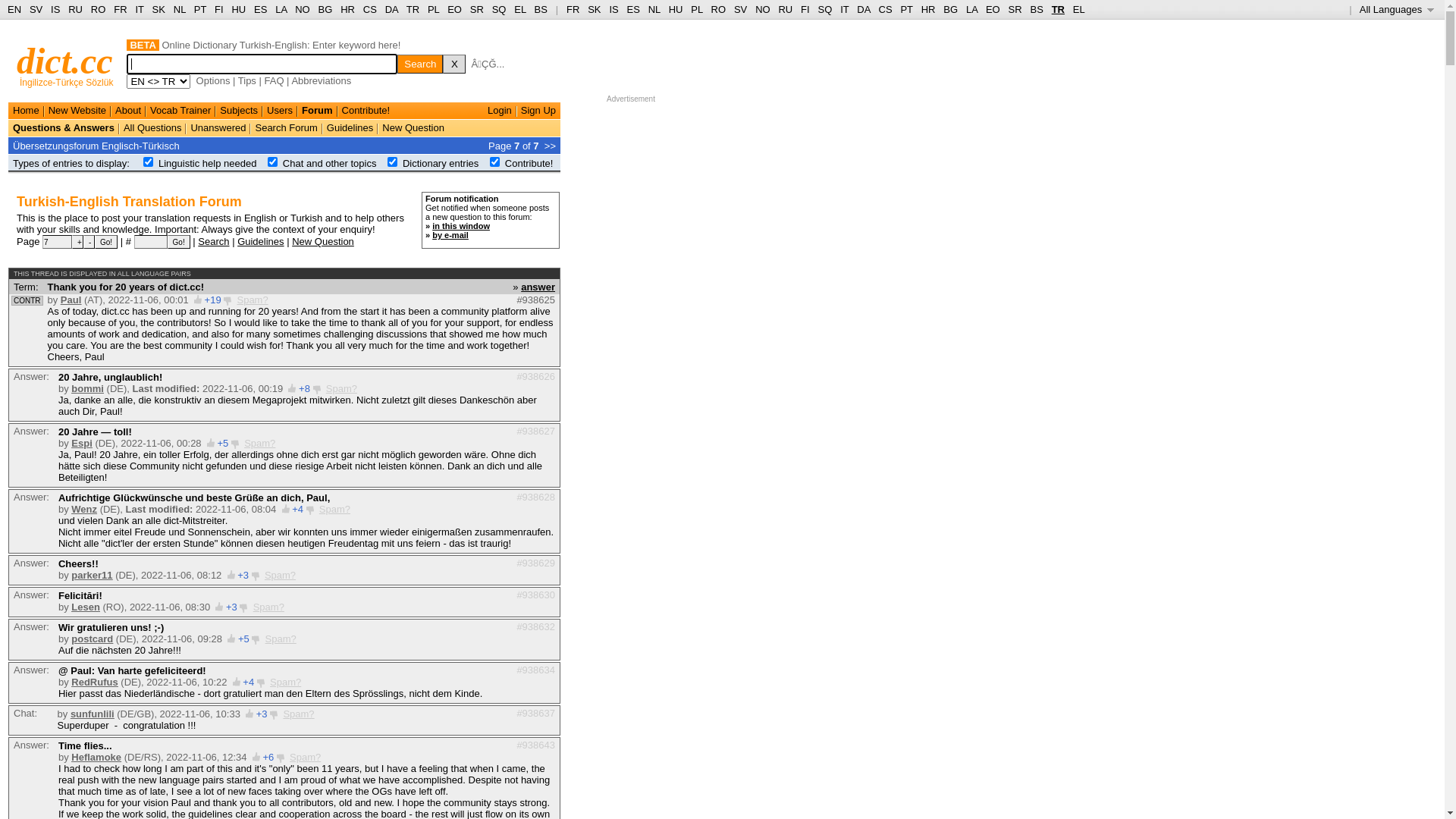 The height and width of the screenshot is (819, 1456). I want to click on 'Home', so click(26, 109).